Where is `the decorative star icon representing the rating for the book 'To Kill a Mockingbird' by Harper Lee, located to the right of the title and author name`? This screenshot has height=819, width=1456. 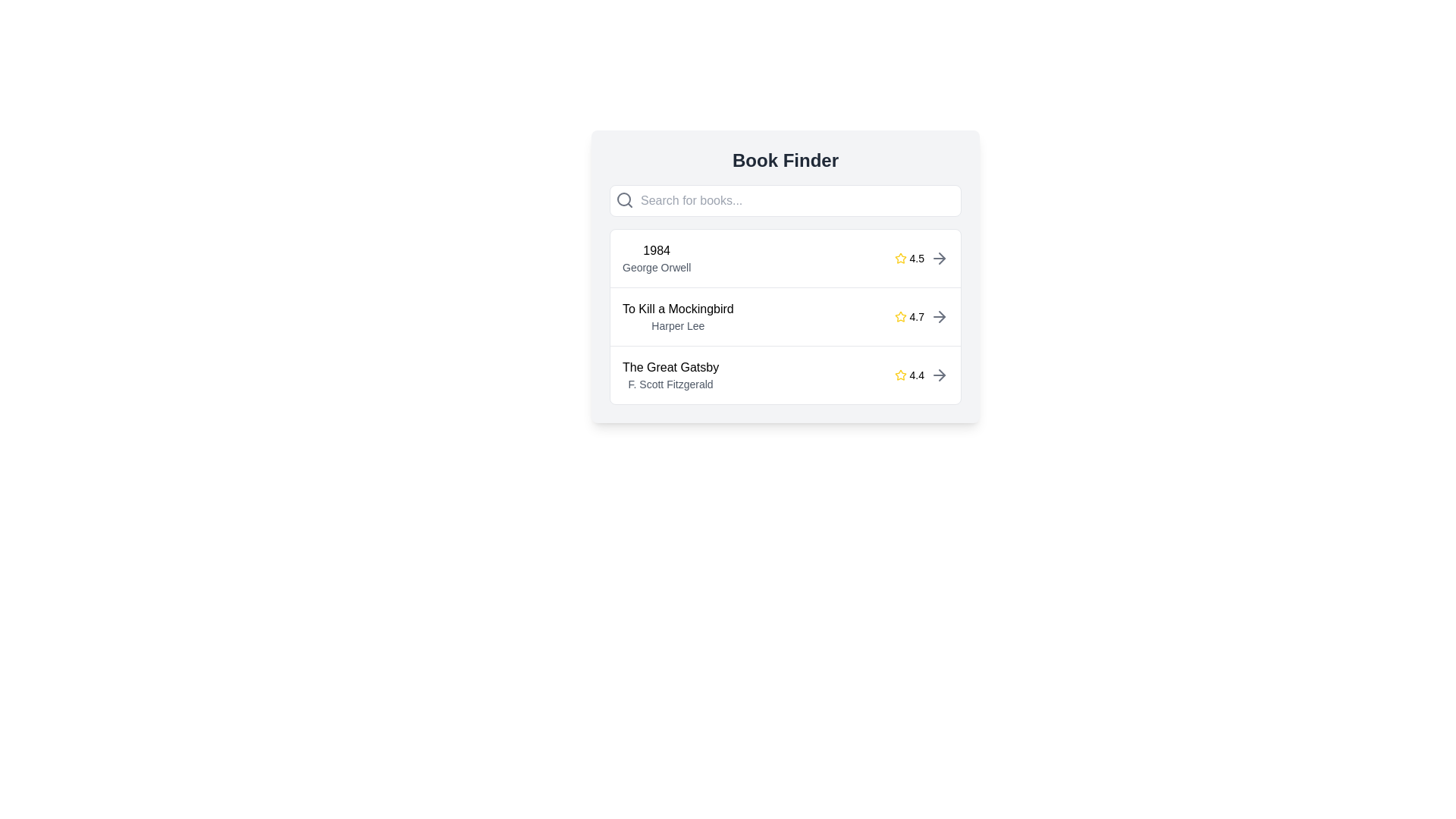 the decorative star icon representing the rating for the book 'To Kill a Mockingbird' by Harper Lee, located to the right of the title and author name is located at coordinates (900, 315).